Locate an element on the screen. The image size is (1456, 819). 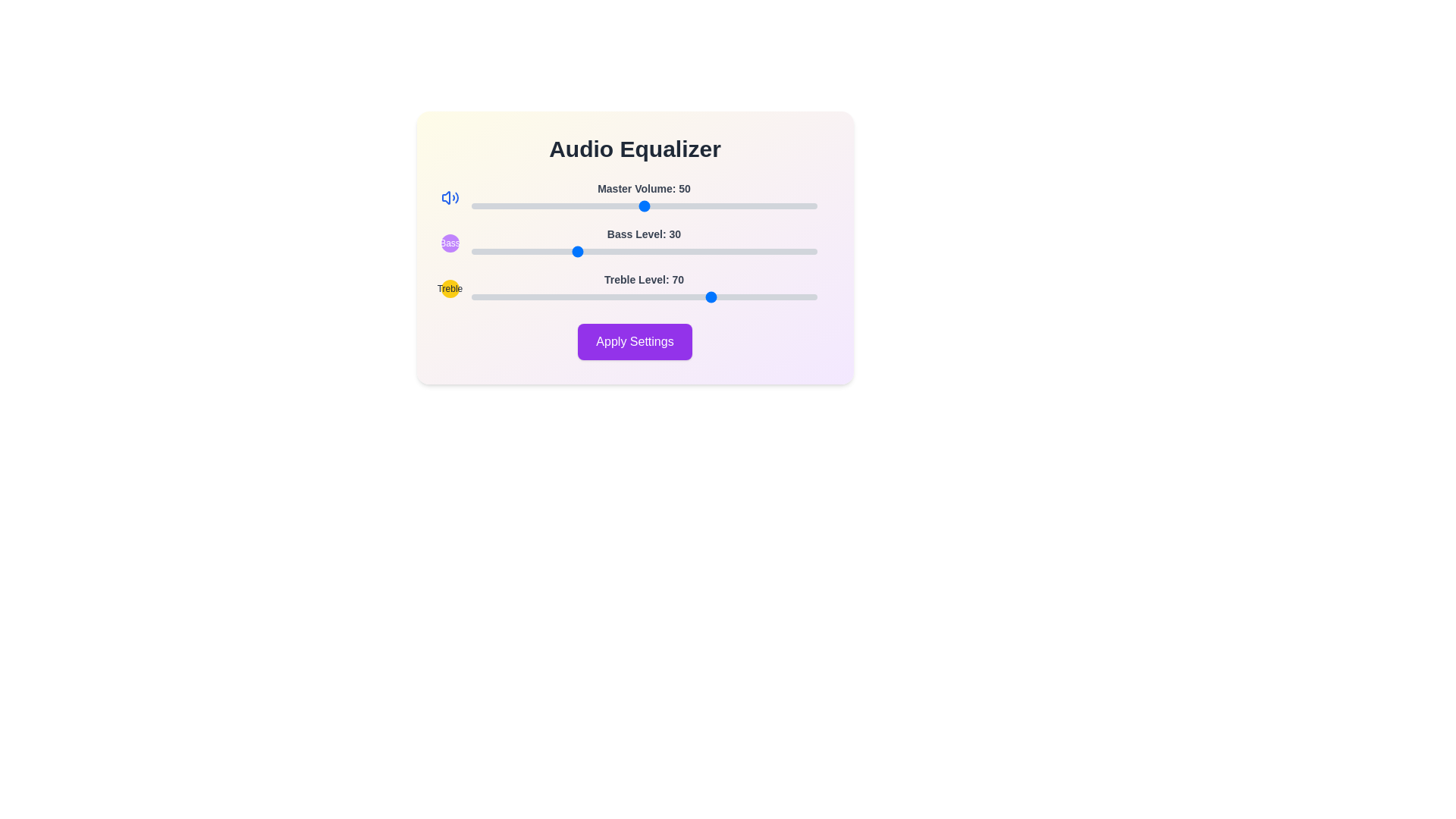
the horizontal slider located below the text 'Master Volume: 50' is located at coordinates (644, 206).